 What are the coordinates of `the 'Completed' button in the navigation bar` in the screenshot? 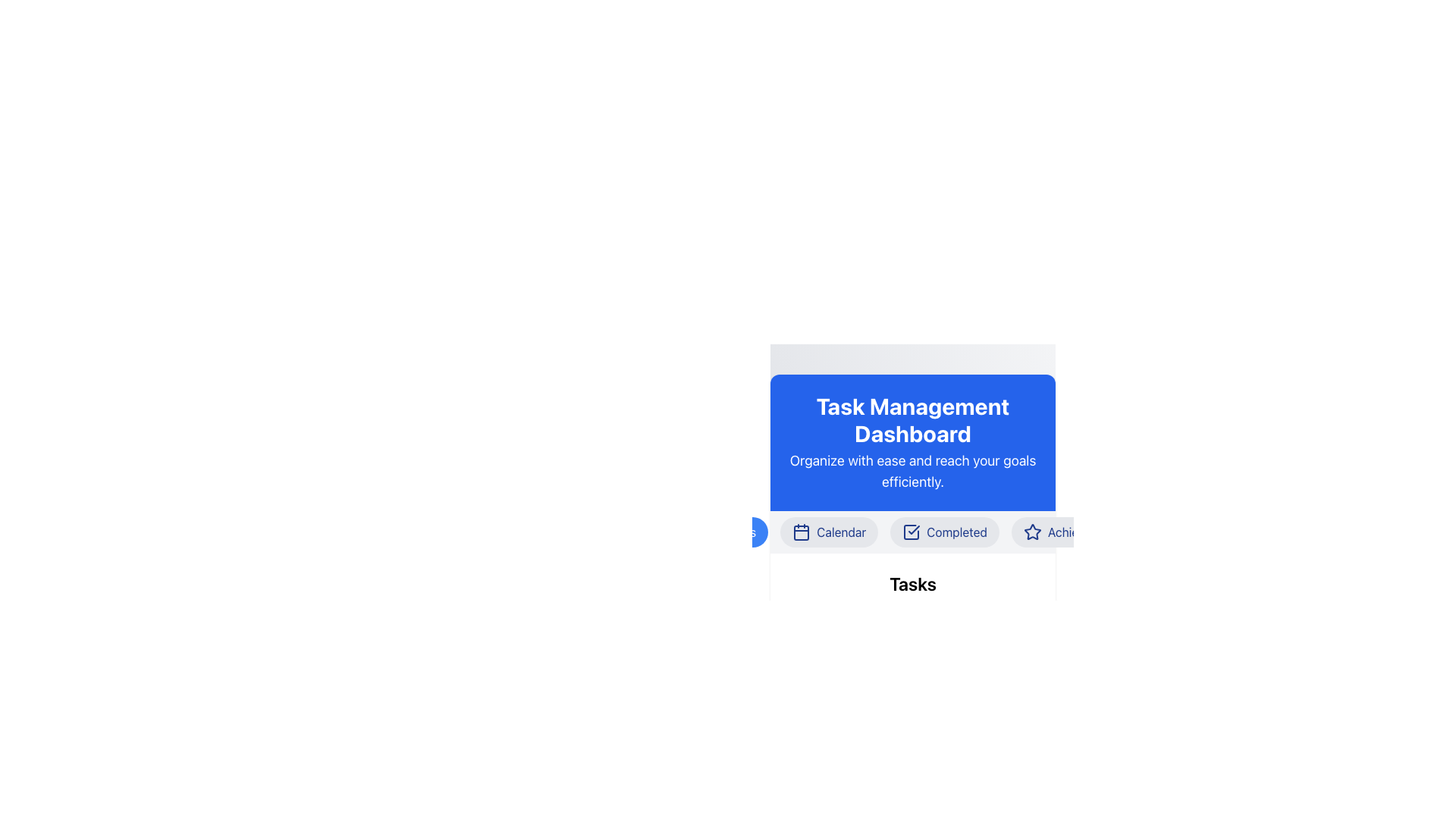 It's located at (944, 532).